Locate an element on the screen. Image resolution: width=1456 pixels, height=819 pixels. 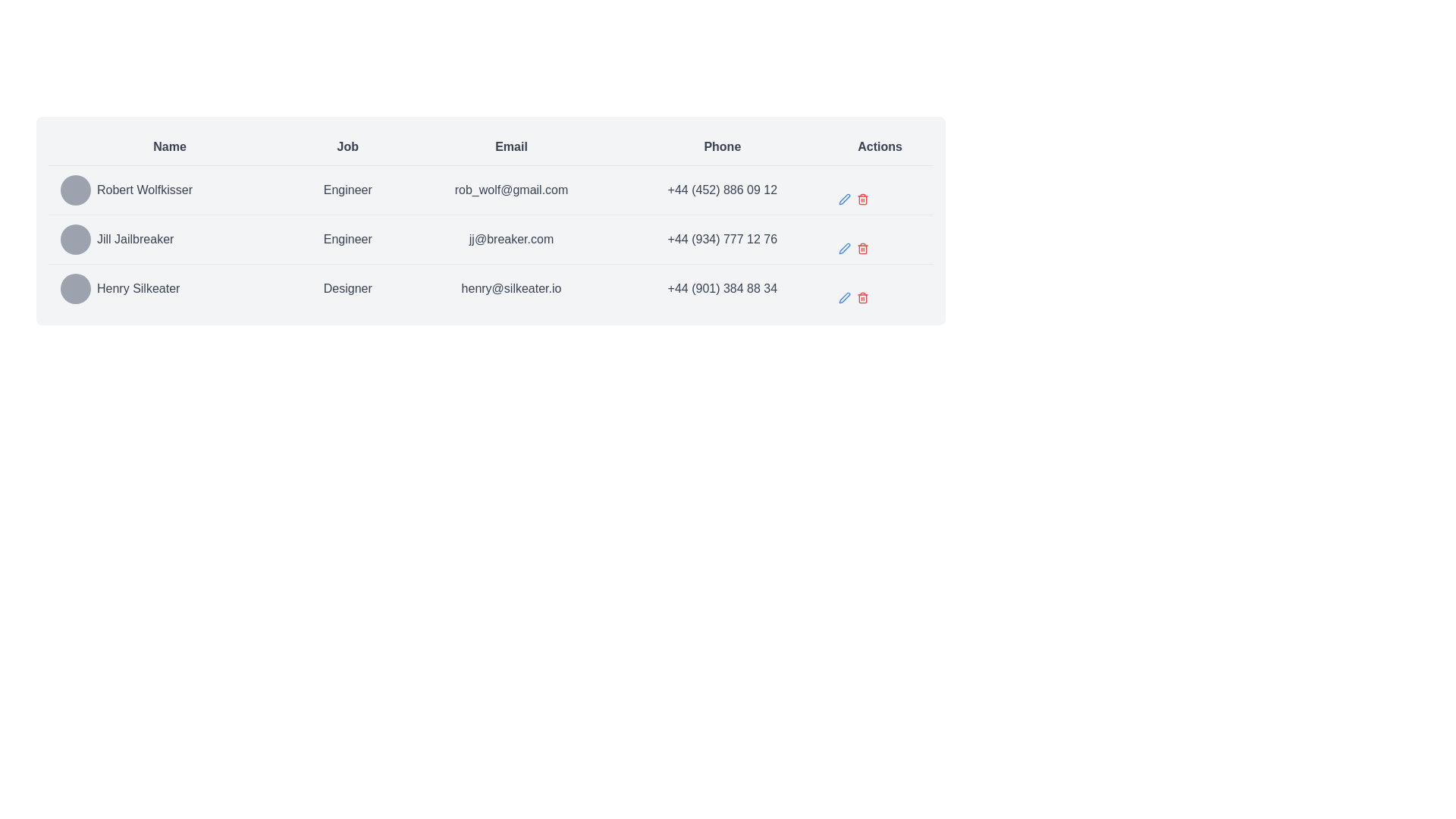
the label displaying 'Jill Jailbreaker' is located at coordinates (170, 239).